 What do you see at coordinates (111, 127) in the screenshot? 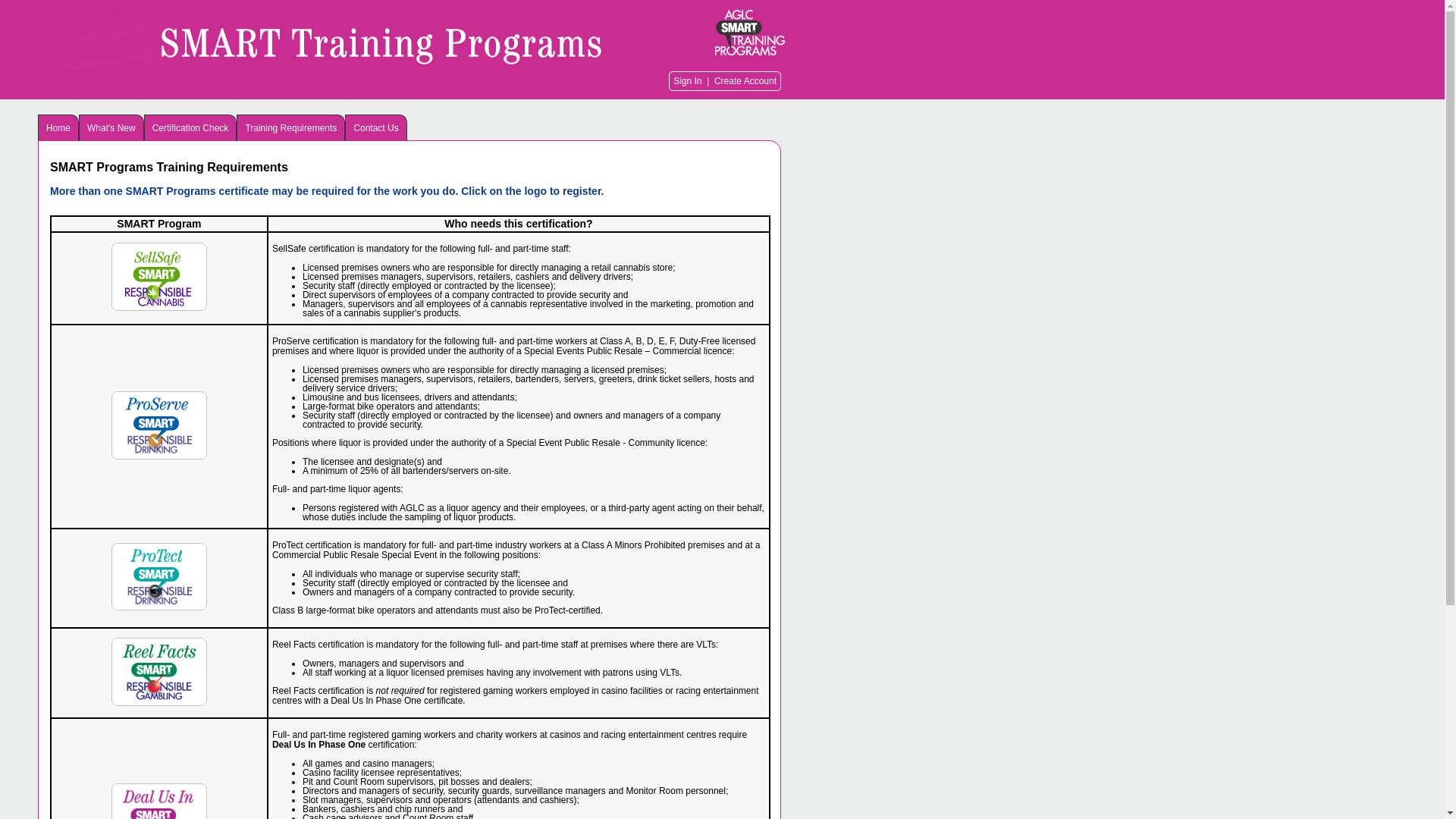
I see `'What's New'` at bounding box center [111, 127].